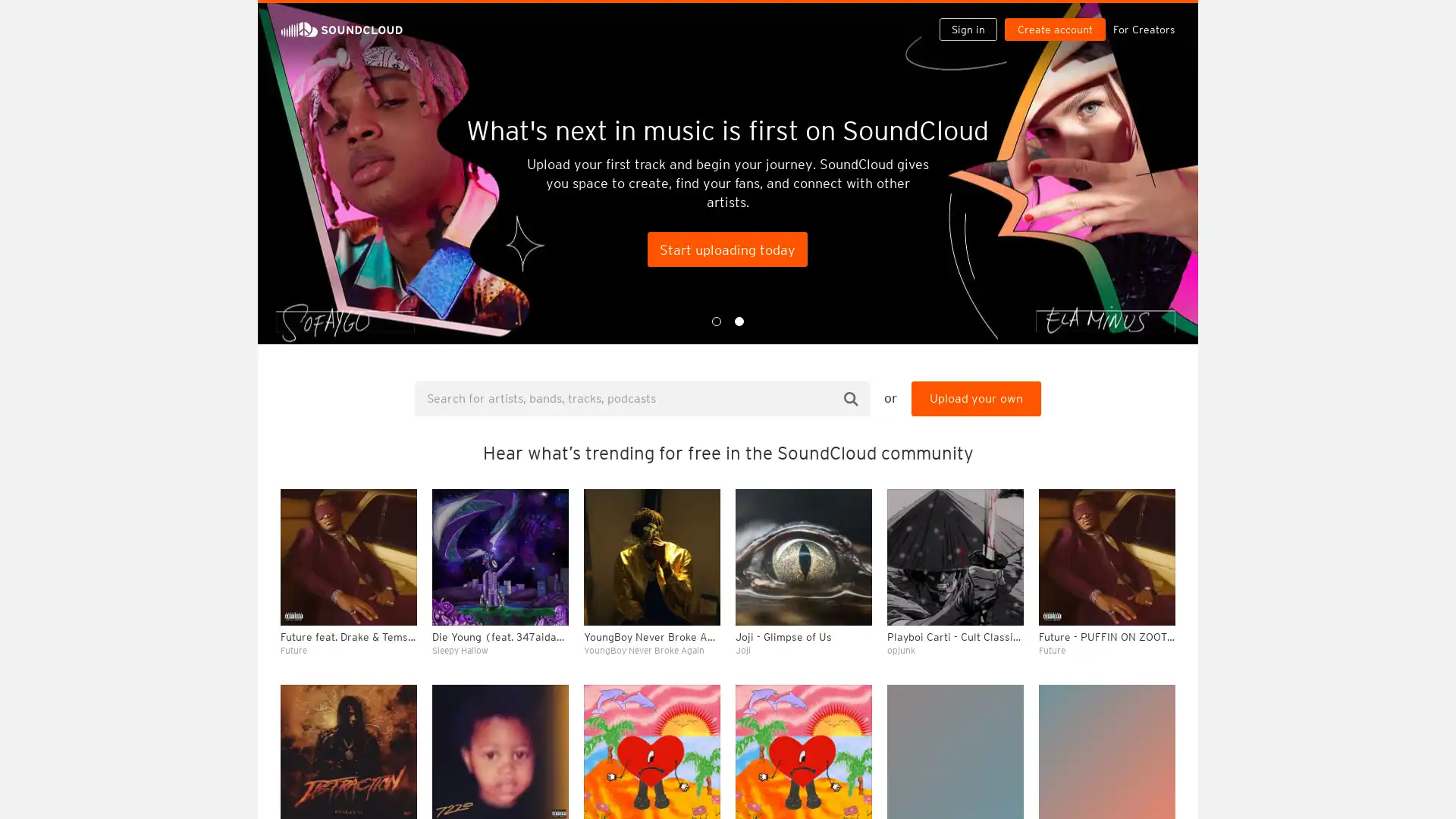 Image resolution: width=1456 pixels, height=819 pixels. What do you see at coordinates (1165, 414) in the screenshot?
I see `Hide queue` at bounding box center [1165, 414].